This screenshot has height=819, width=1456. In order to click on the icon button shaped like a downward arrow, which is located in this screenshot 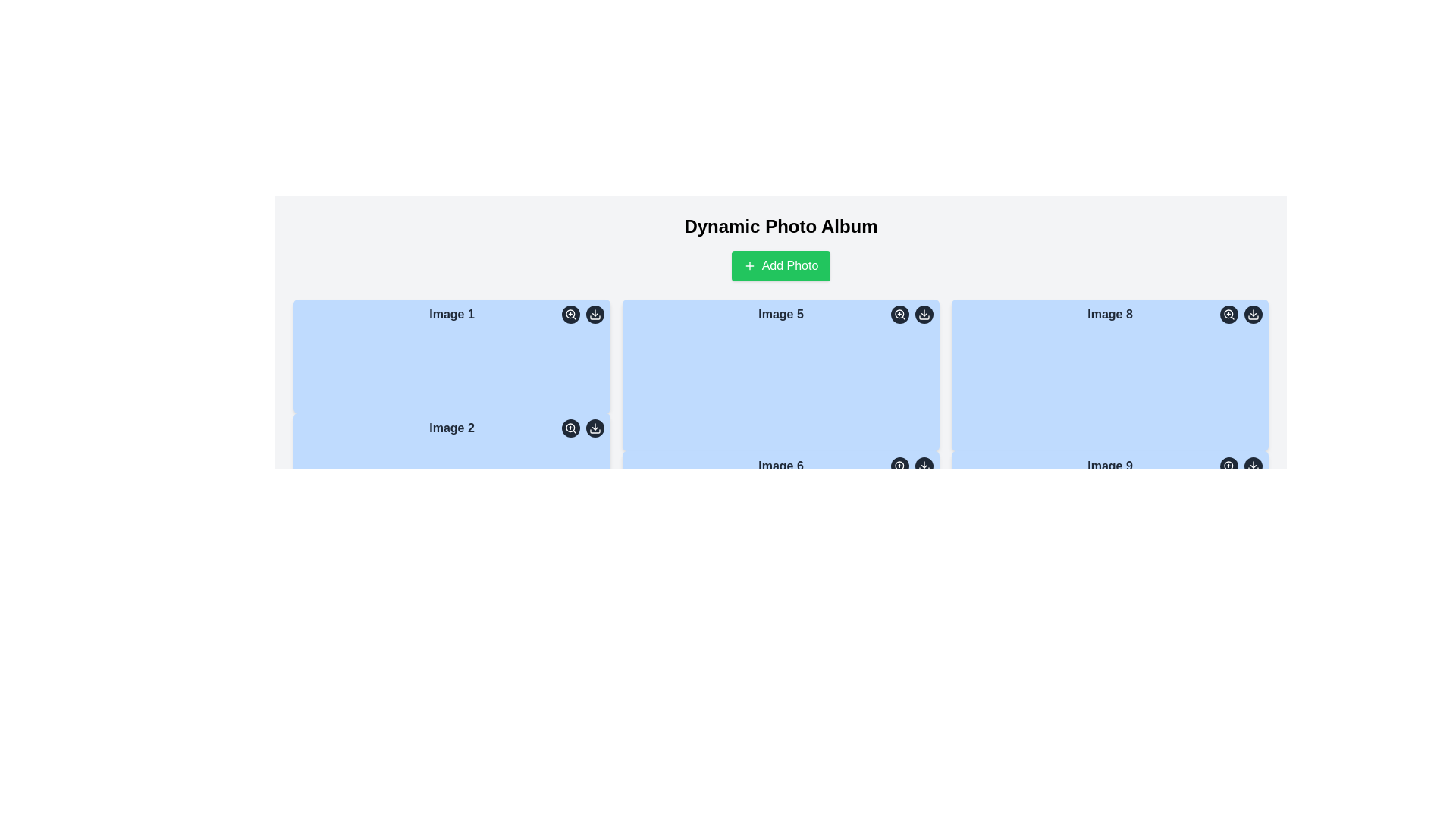, I will do `click(595, 314)`.